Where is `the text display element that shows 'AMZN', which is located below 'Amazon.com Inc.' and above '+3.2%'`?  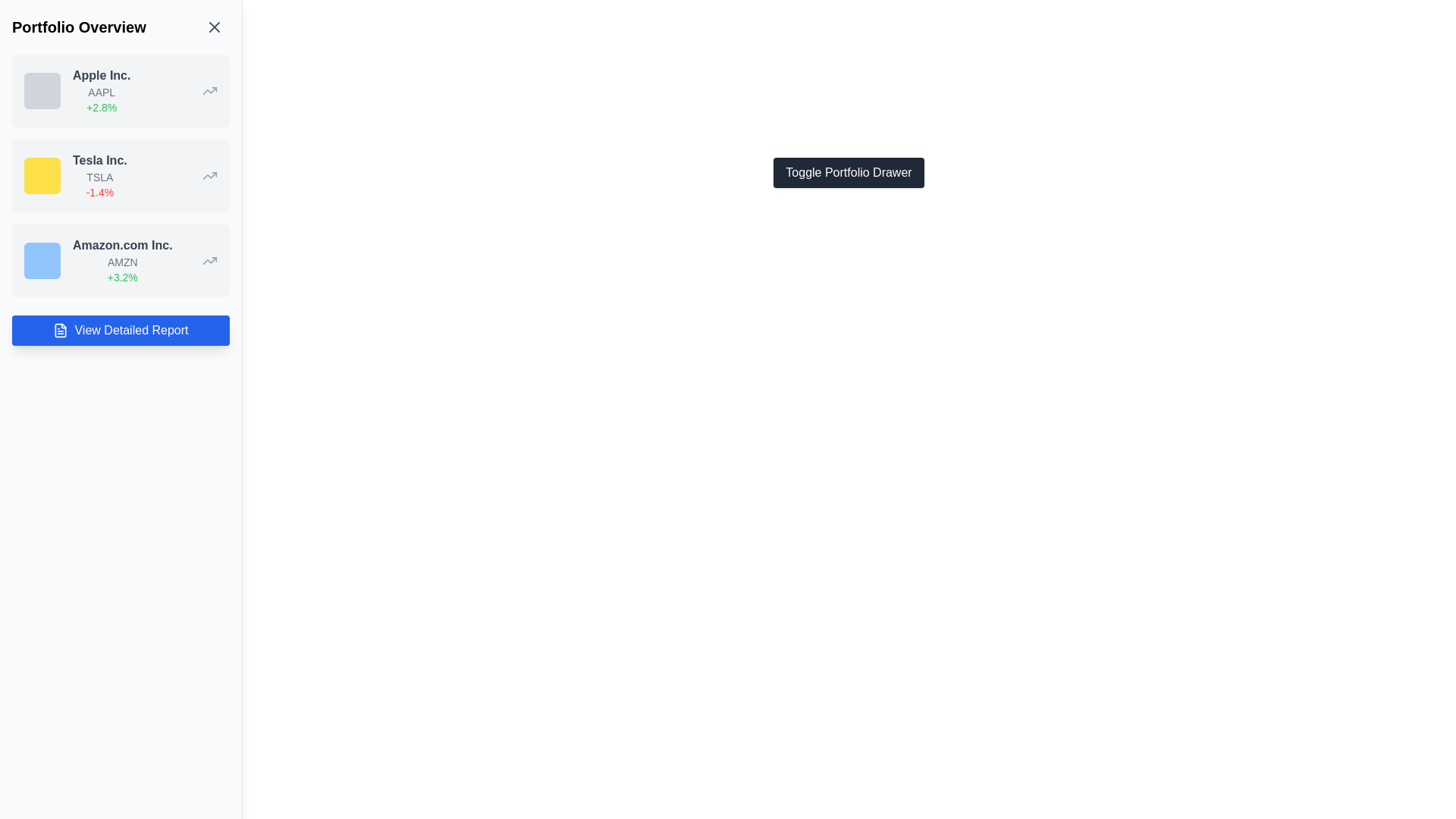
the text display element that shows 'AMZN', which is located below 'Amazon.com Inc.' and above '+3.2%' is located at coordinates (122, 262).